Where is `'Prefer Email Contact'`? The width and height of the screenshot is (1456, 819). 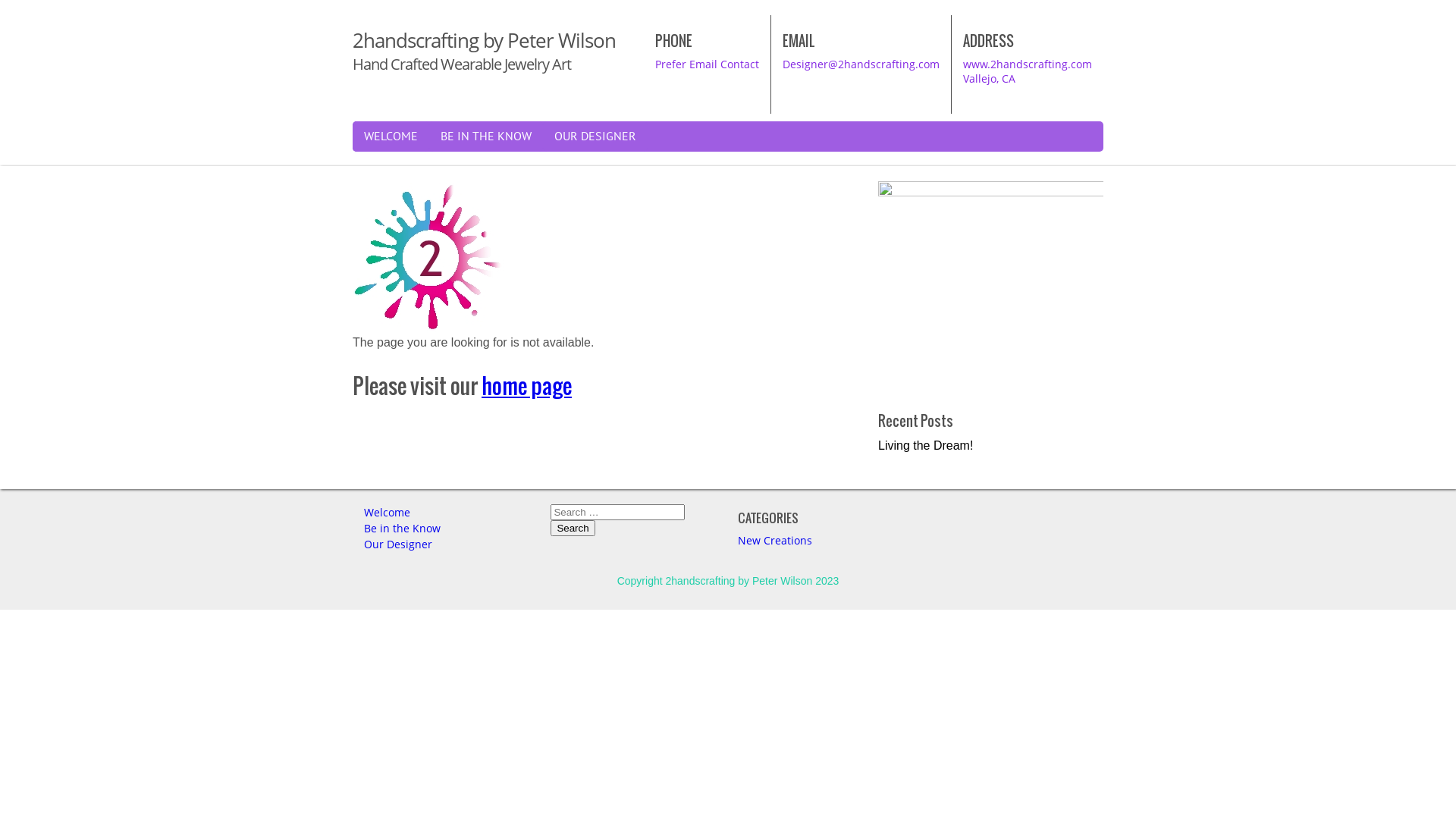 'Prefer Email Contact' is located at coordinates (706, 63).